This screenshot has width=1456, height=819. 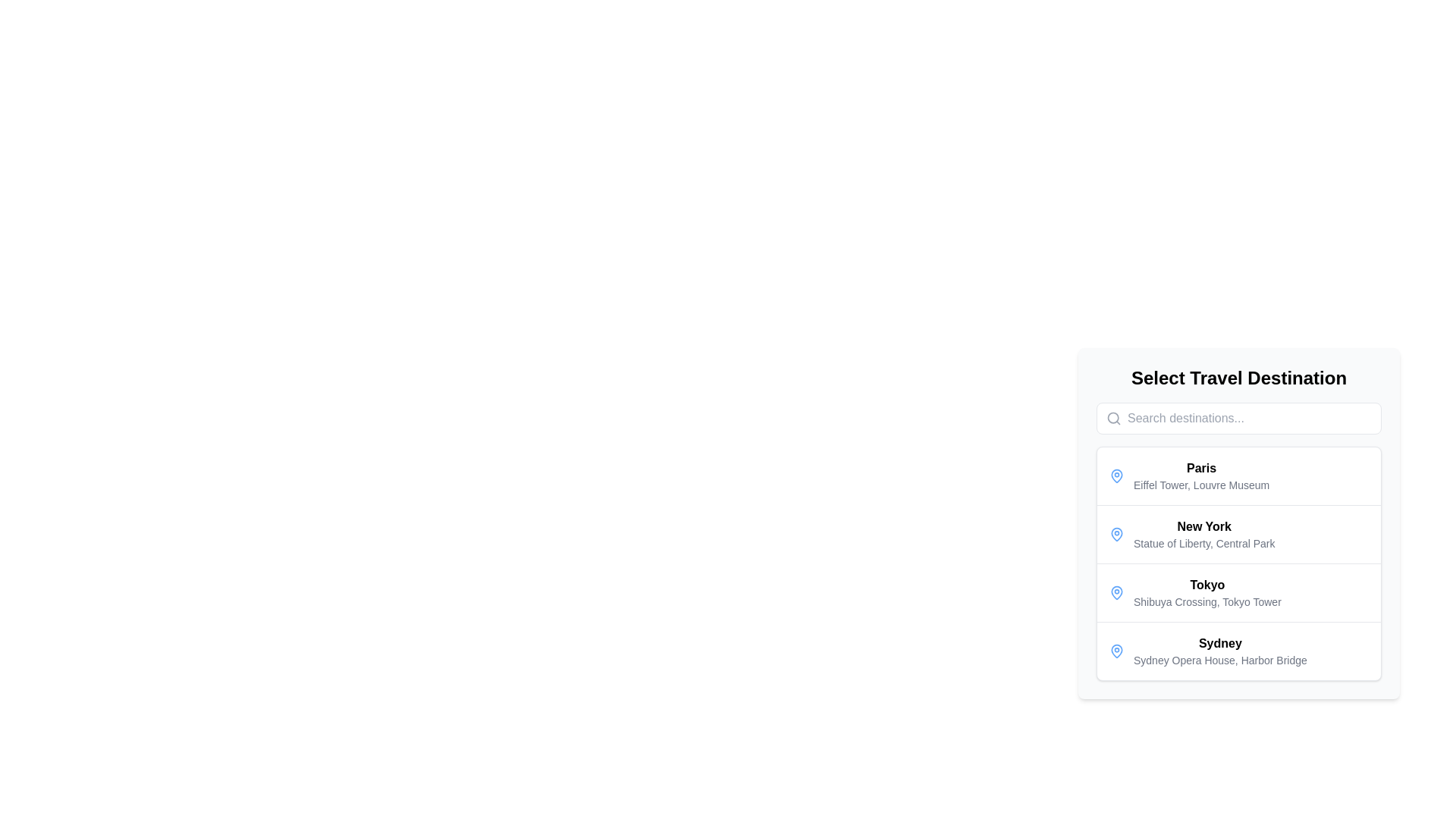 I want to click on the list item that displays 'Tokyo' with the description 'Shibuya Crossing, Tokyo Tower', so click(x=1207, y=592).